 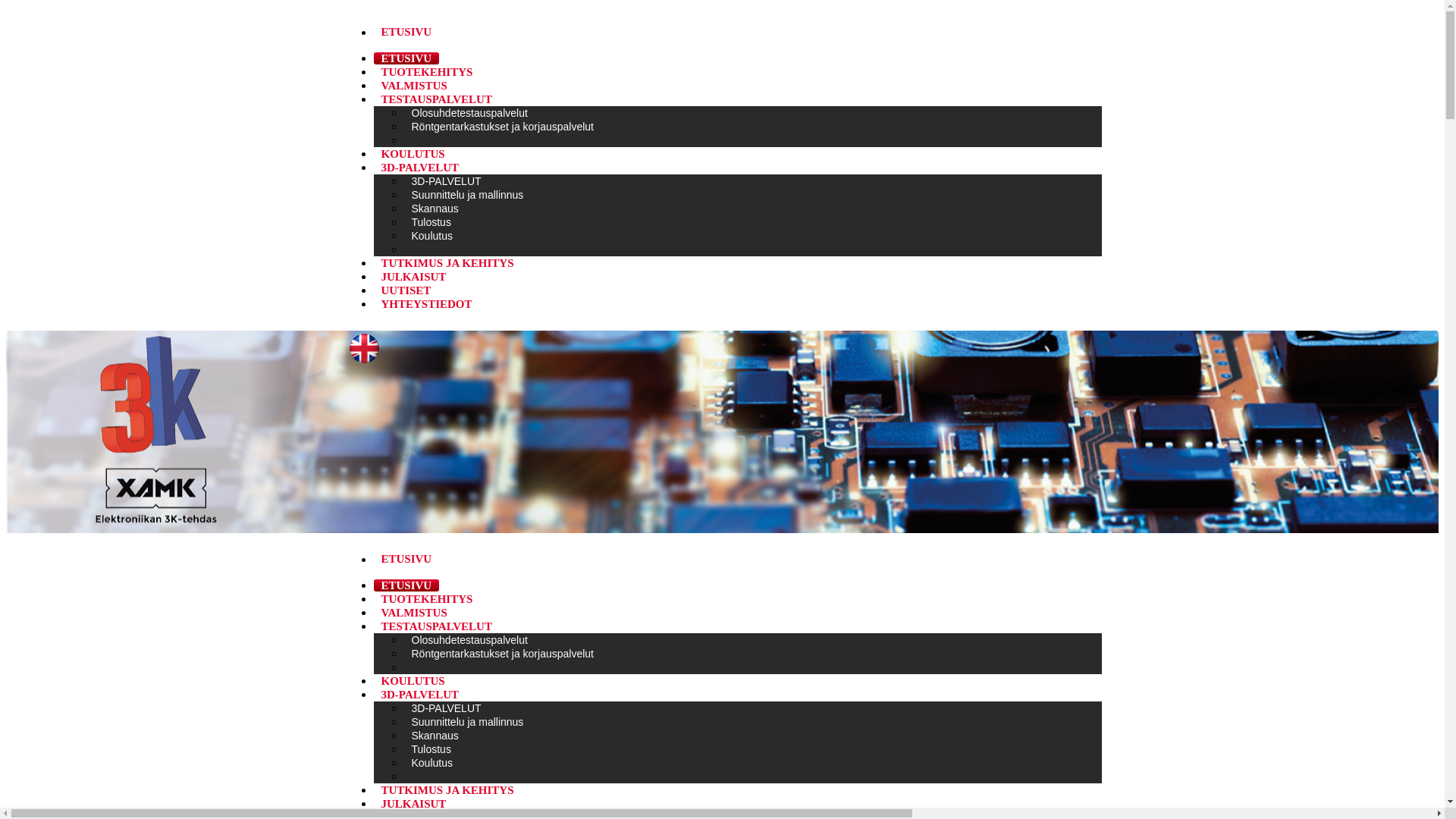 I want to click on '3D-PALVELUT', so click(x=445, y=180).